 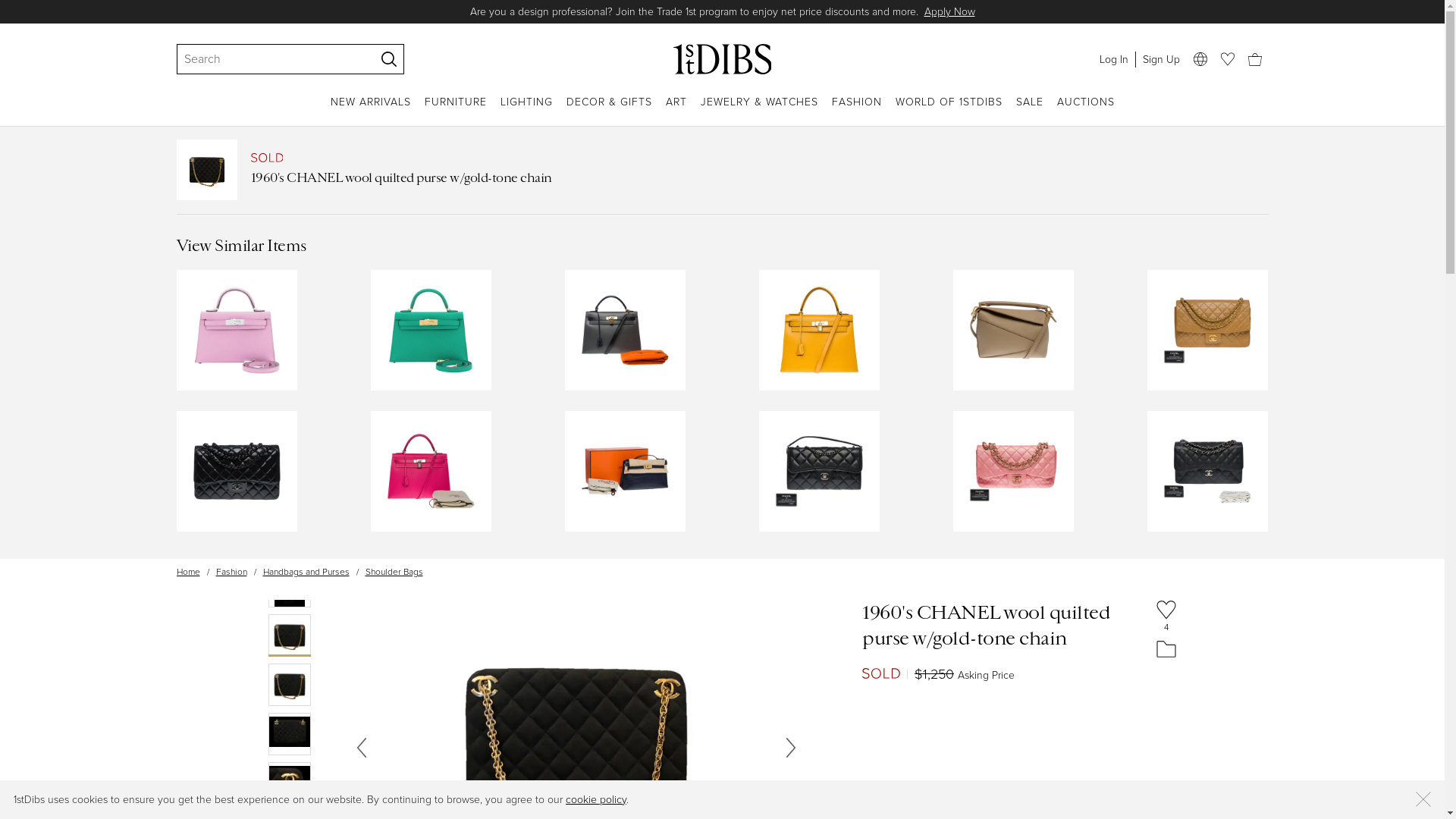 I want to click on 'DECOR & GIFTS', so click(x=608, y=109).